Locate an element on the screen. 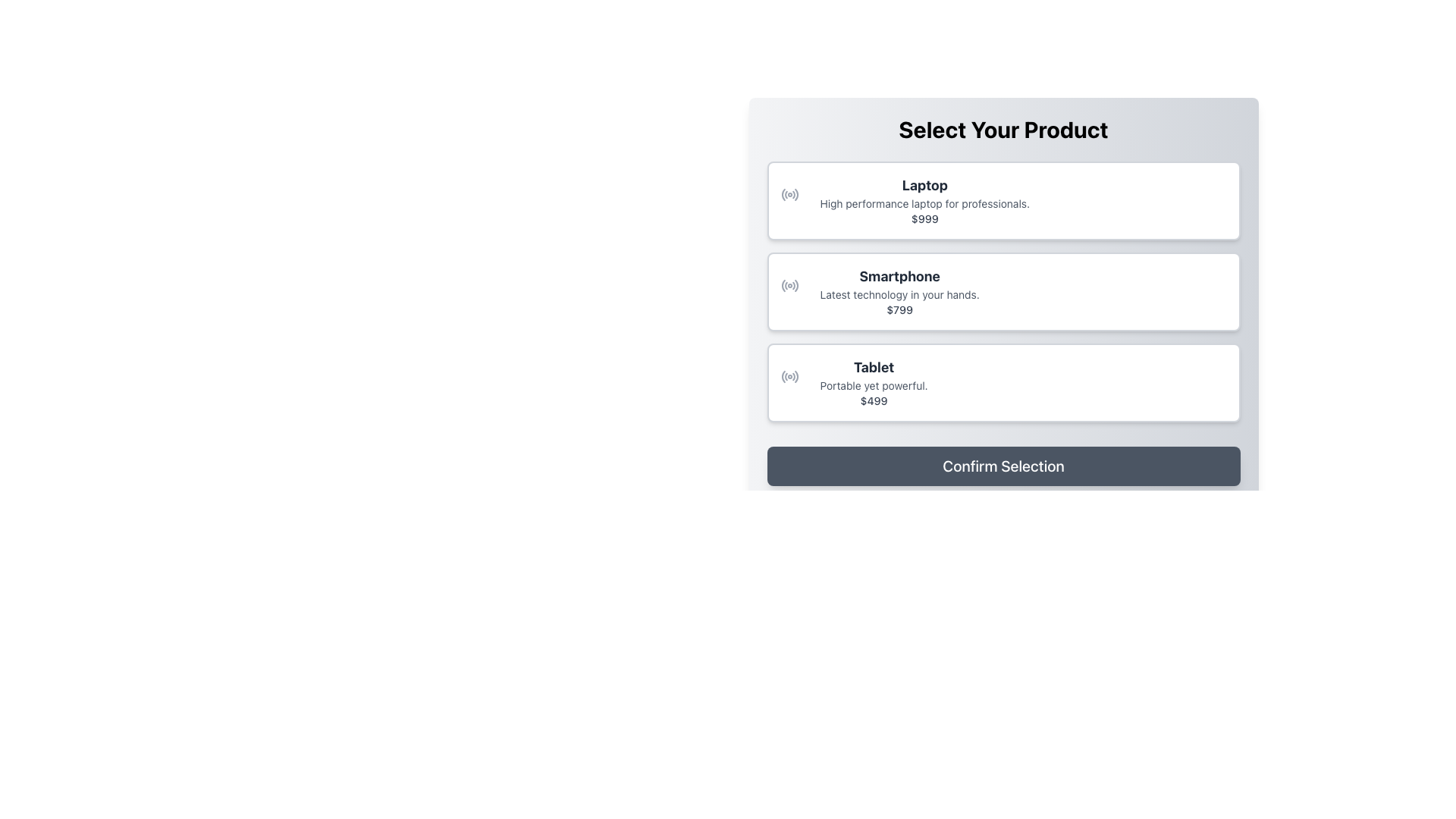  the submit button located at the bottom of the modal window, which confirms the user's choice for the selected product option is located at coordinates (1003, 465).